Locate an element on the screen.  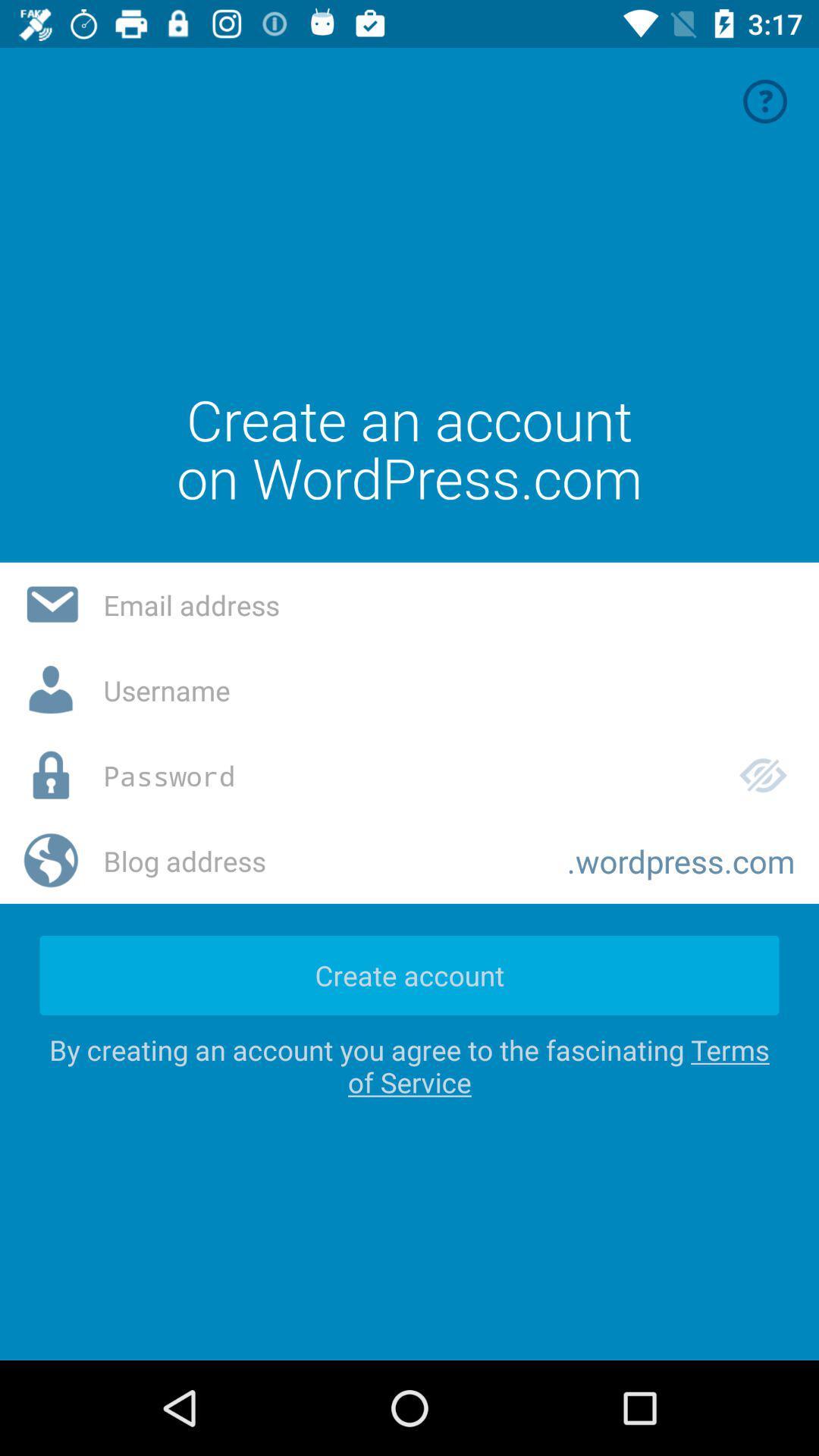
the lock icon is located at coordinates (51, 775).